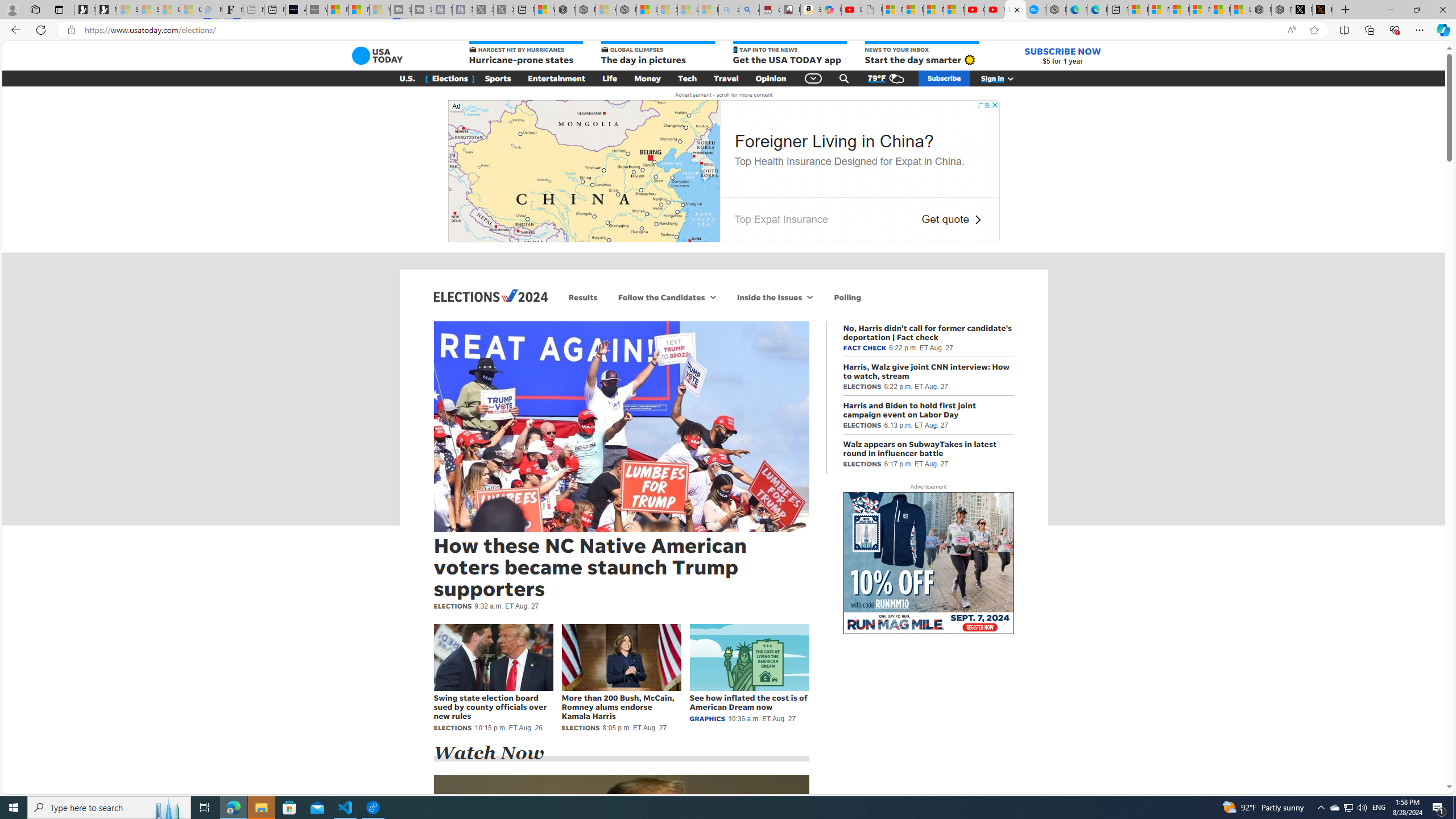 This screenshot has height=819, width=1456. I want to click on 'Class: gnt_n_dd_bt_svg', so click(813, 78).